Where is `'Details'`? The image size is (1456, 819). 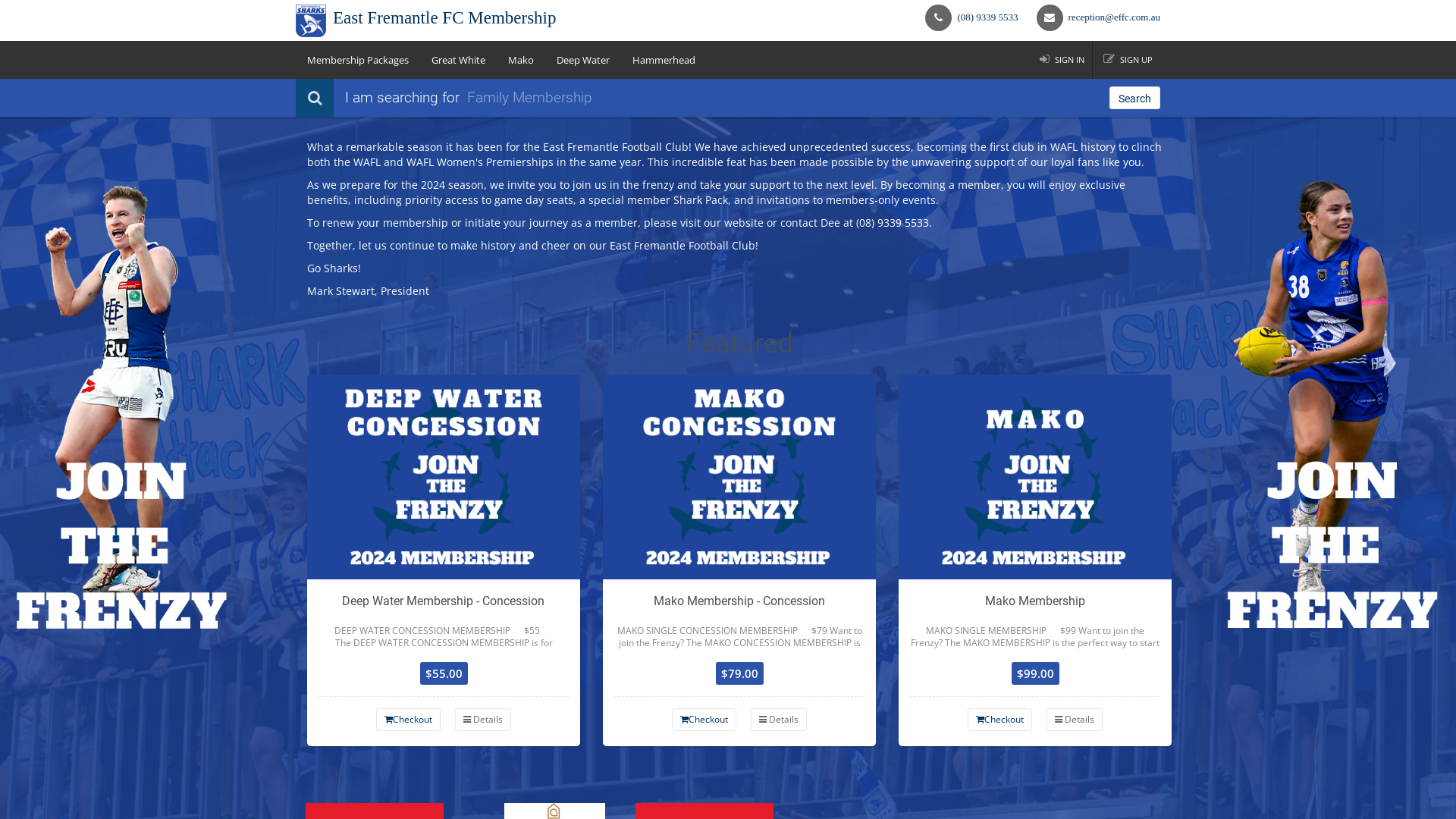 'Details' is located at coordinates (779, 718).